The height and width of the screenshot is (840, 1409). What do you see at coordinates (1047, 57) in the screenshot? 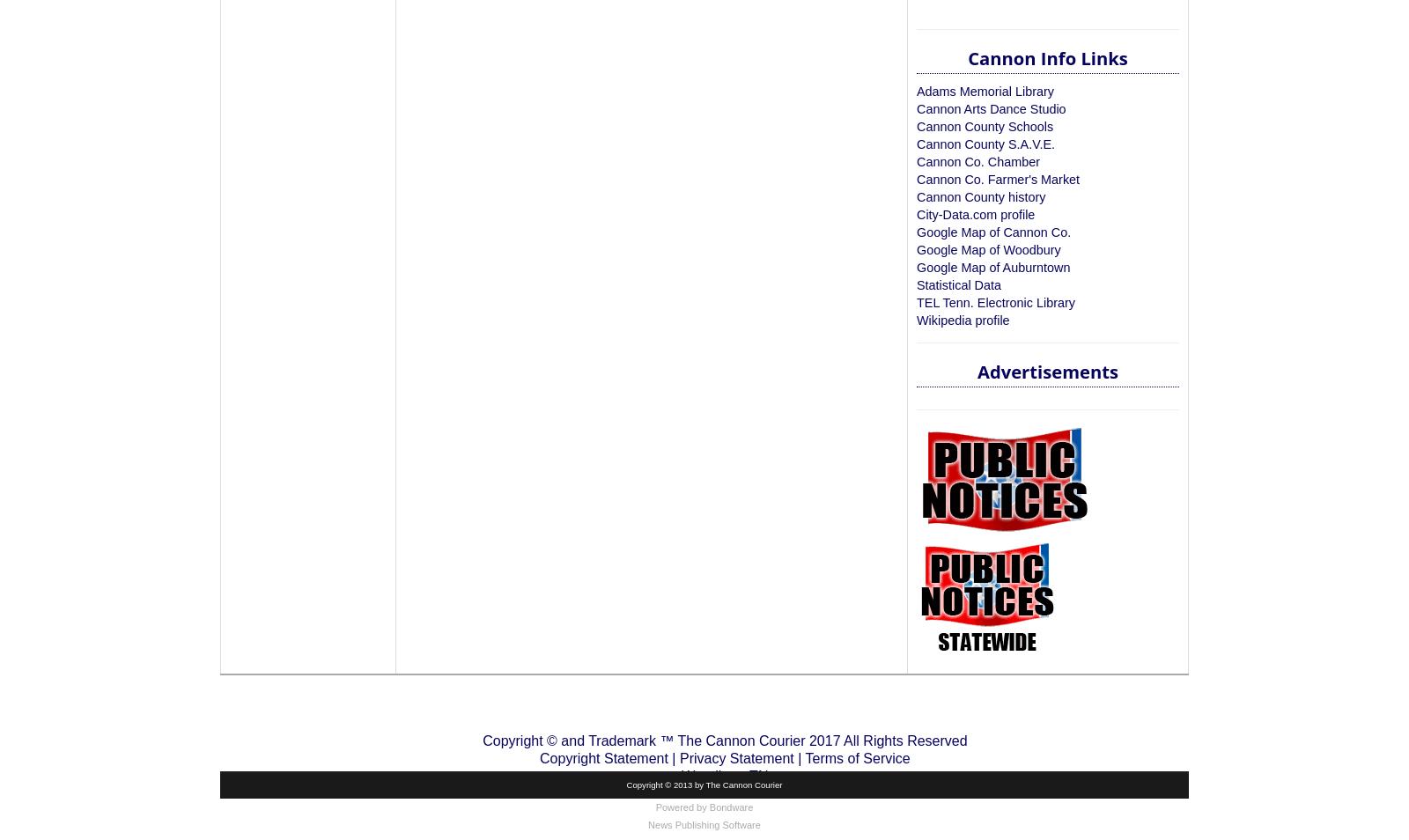
I see `'Cannon Info Links'` at bounding box center [1047, 57].